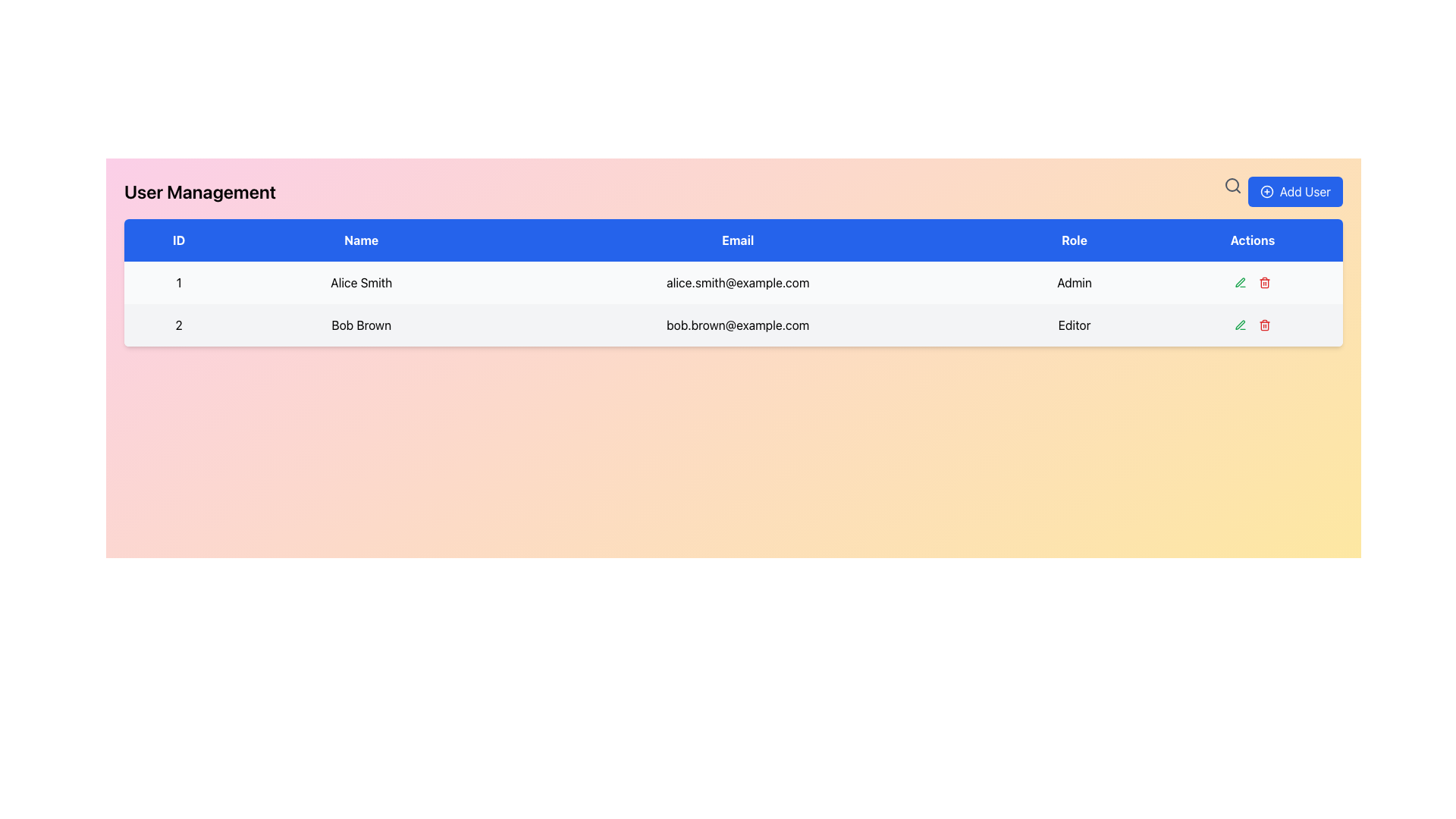 This screenshot has height=819, width=1456. What do you see at coordinates (733, 239) in the screenshot?
I see `the Table Header Row of the User Management table, which provides labels for the columns` at bounding box center [733, 239].